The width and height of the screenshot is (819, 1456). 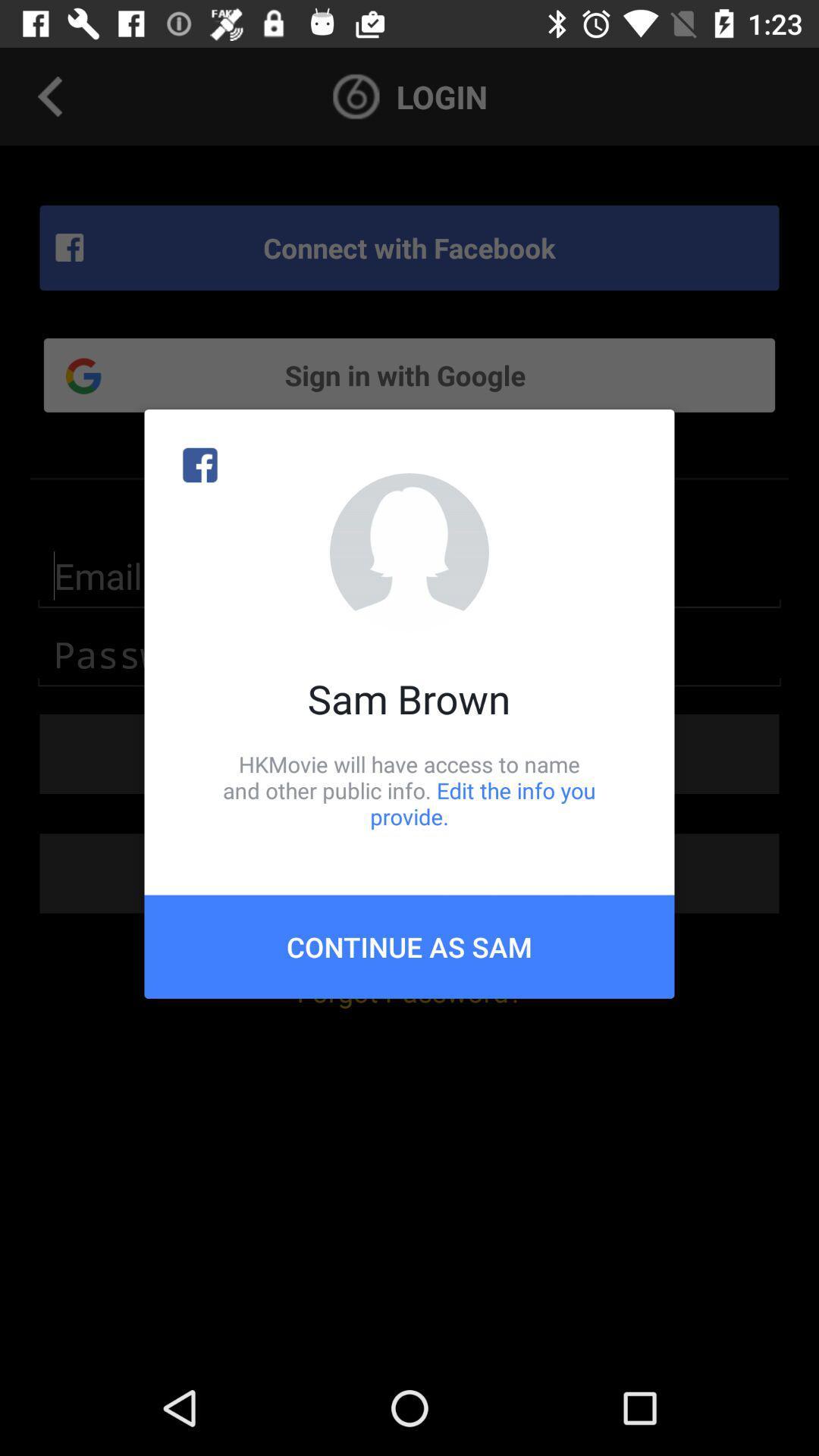 What do you see at coordinates (409, 789) in the screenshot?
I see `the icon below sam brown` at bounding box center [409, 789].